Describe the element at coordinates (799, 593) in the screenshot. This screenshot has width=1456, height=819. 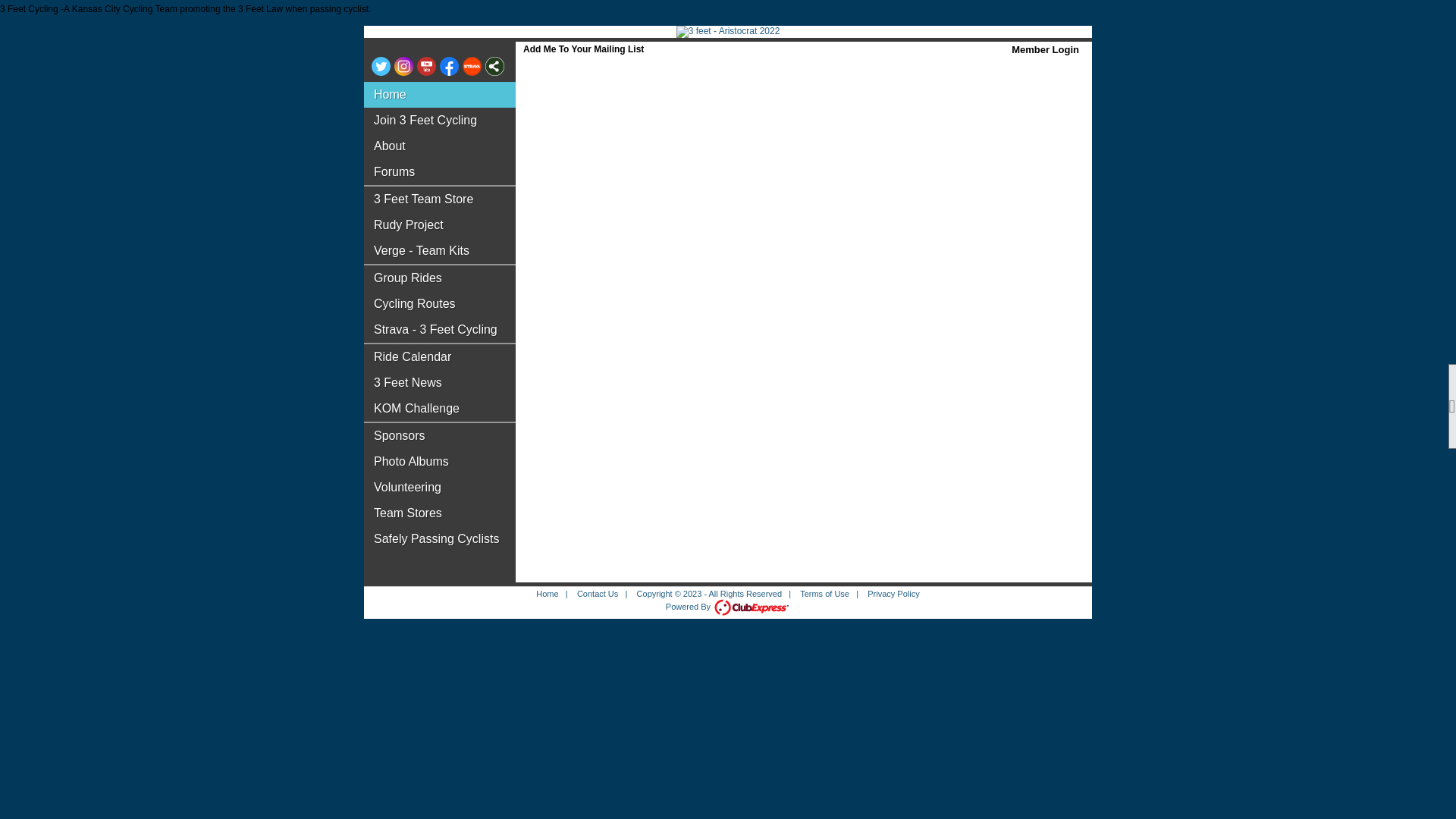
I see `'Terms of Use'` at that location.